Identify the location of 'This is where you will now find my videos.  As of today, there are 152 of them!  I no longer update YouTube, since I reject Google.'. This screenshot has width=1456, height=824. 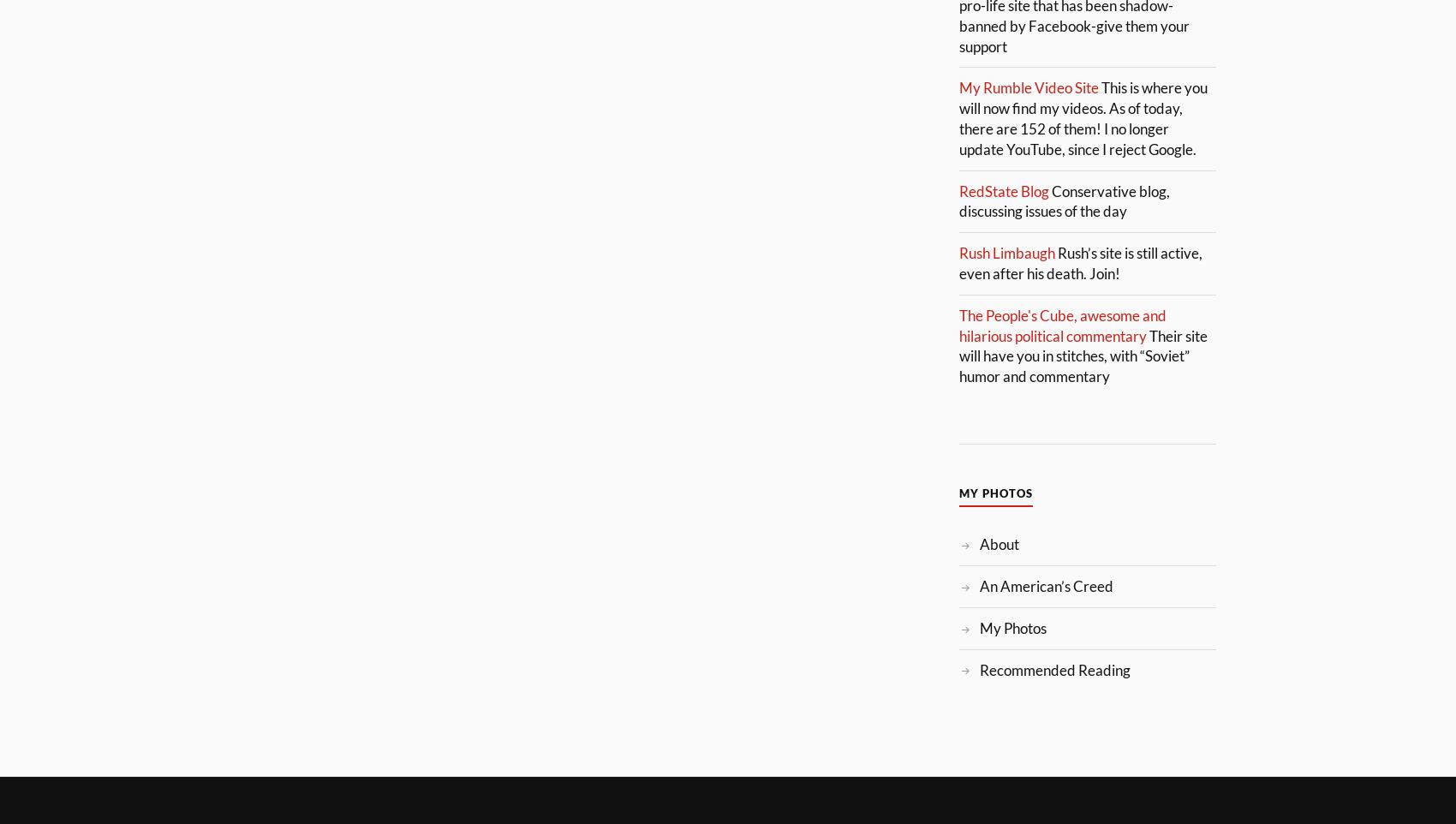
(958, 117).